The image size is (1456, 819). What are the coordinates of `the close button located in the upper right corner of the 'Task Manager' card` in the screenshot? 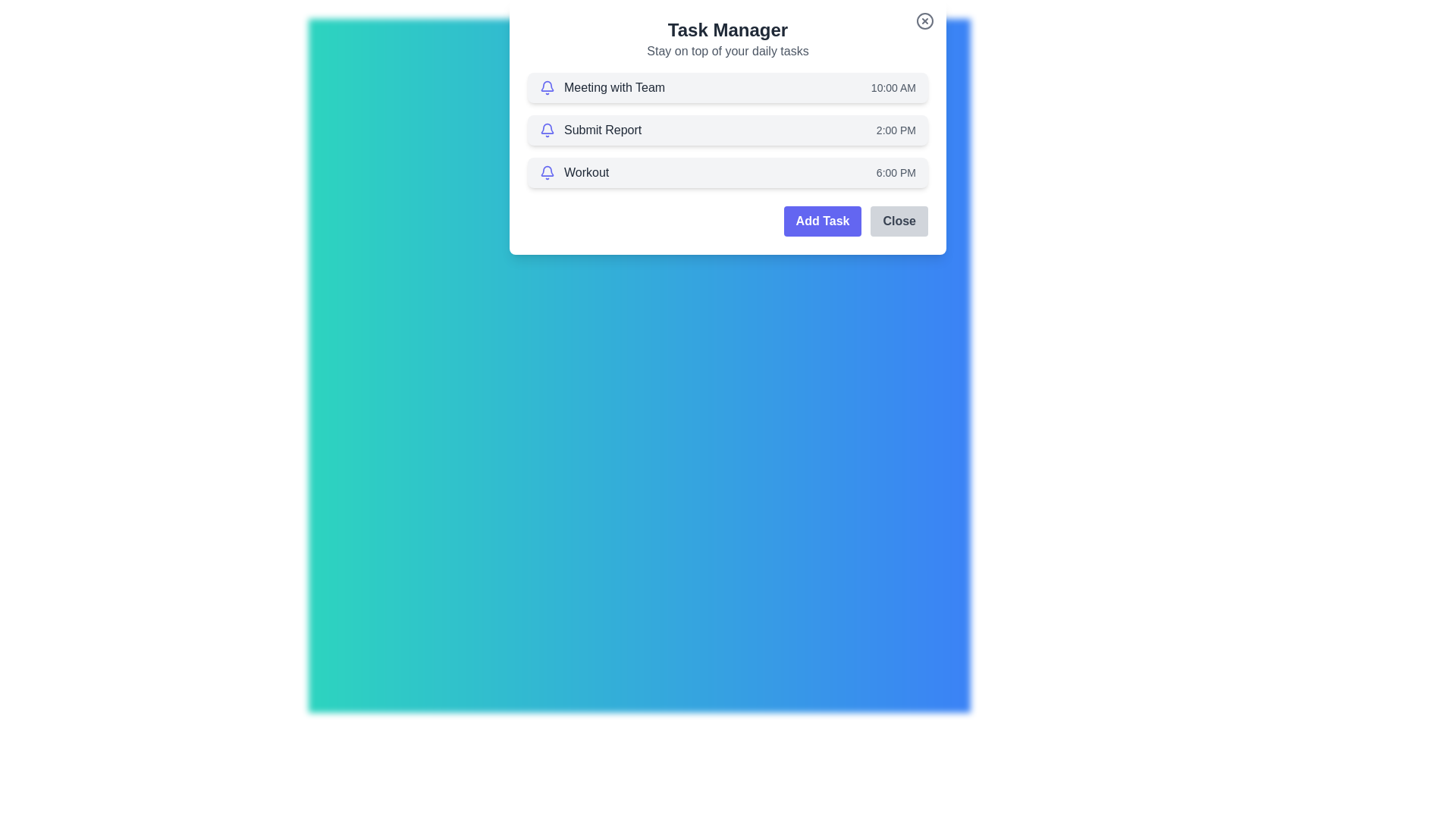 It's located at (924, 20).